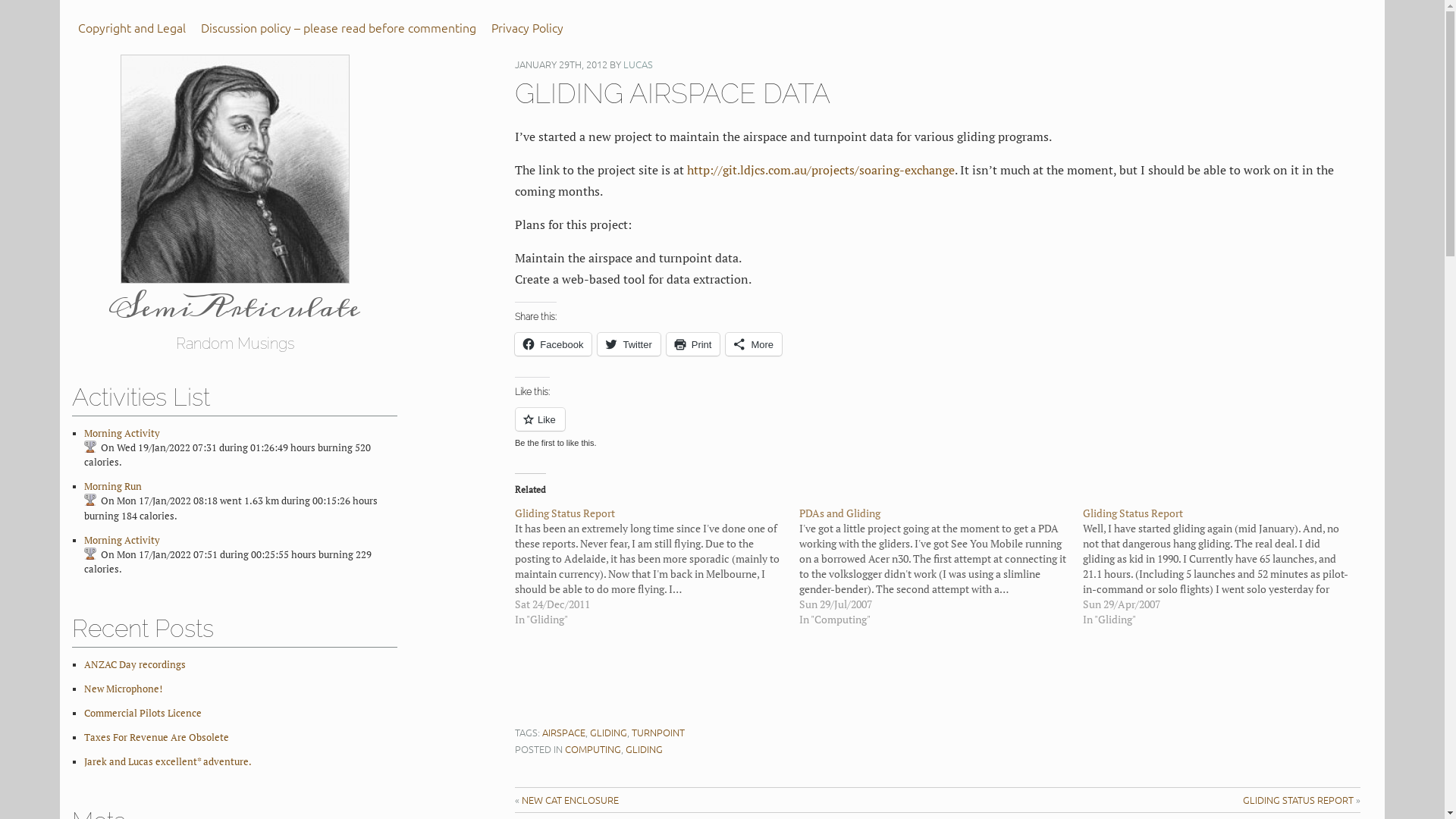 The image size is (1456, 819). Describe the element at coordinates (563, 512) in the screenshot. I see `'Gliding Status Report'` at that location.